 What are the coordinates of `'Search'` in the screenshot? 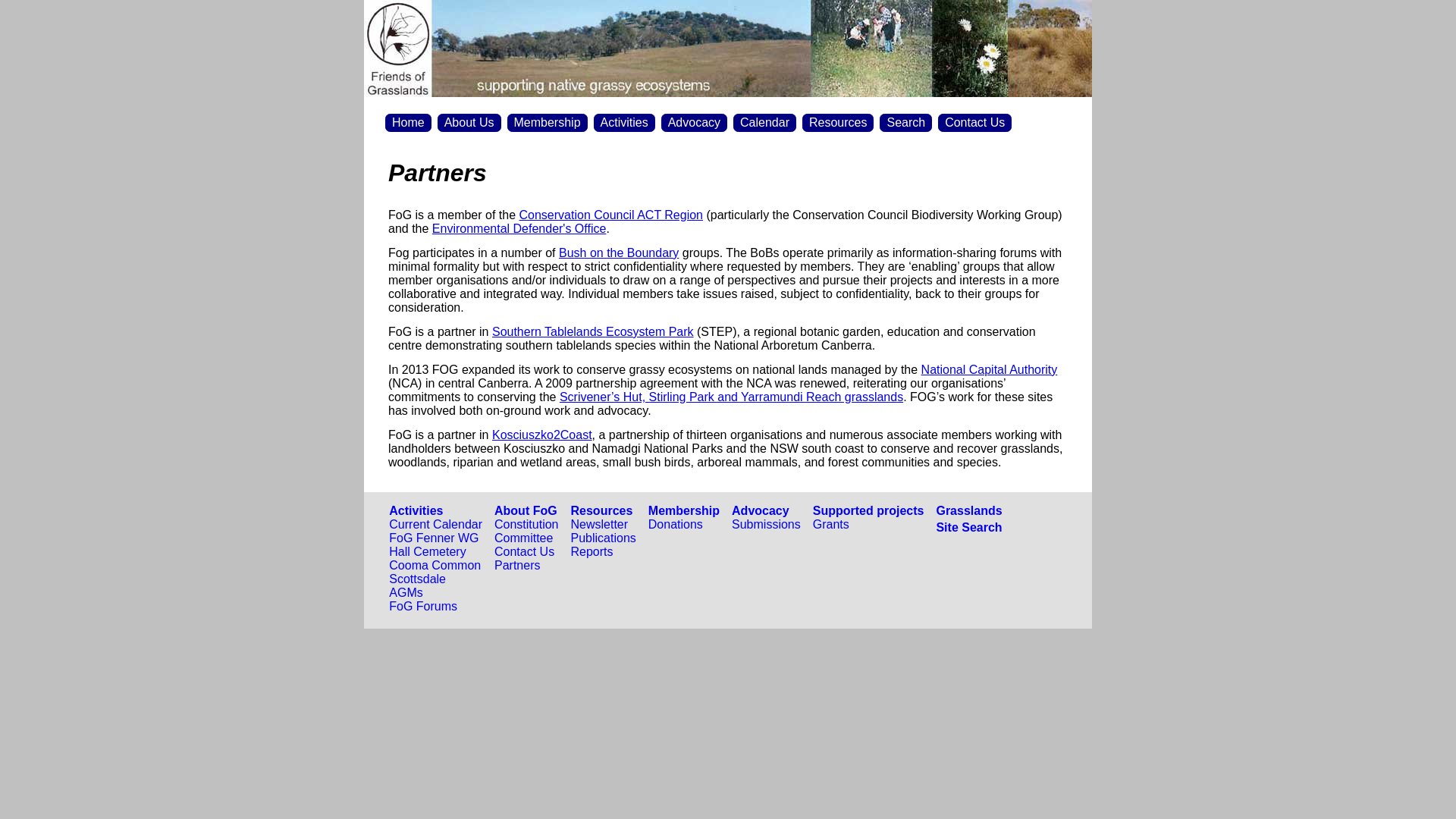 It's located at (905, 122).